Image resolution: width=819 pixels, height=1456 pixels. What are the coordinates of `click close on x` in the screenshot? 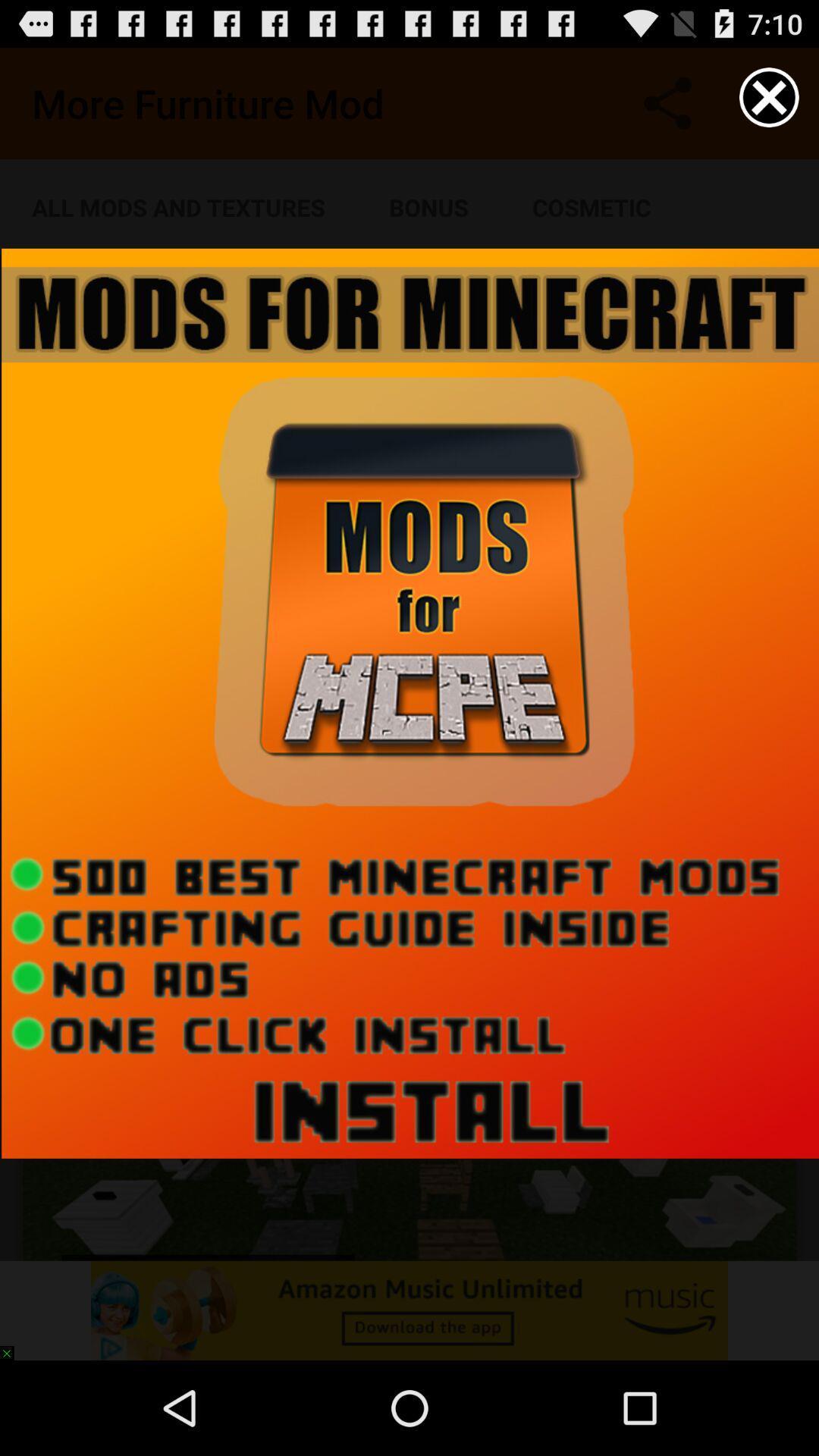 It's located at (769, 96).